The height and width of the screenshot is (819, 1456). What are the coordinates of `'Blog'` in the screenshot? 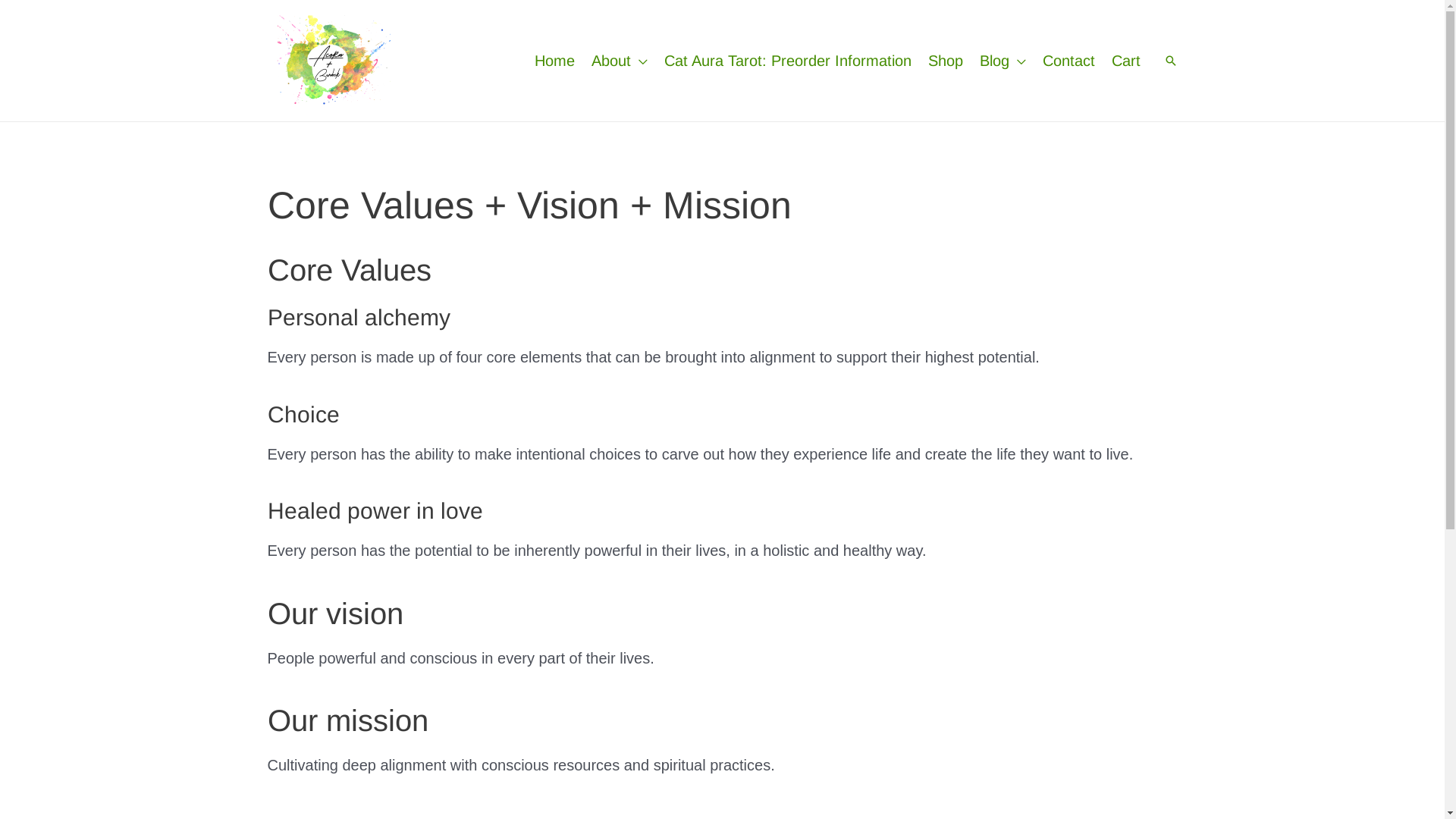 It's located at (971, 60).